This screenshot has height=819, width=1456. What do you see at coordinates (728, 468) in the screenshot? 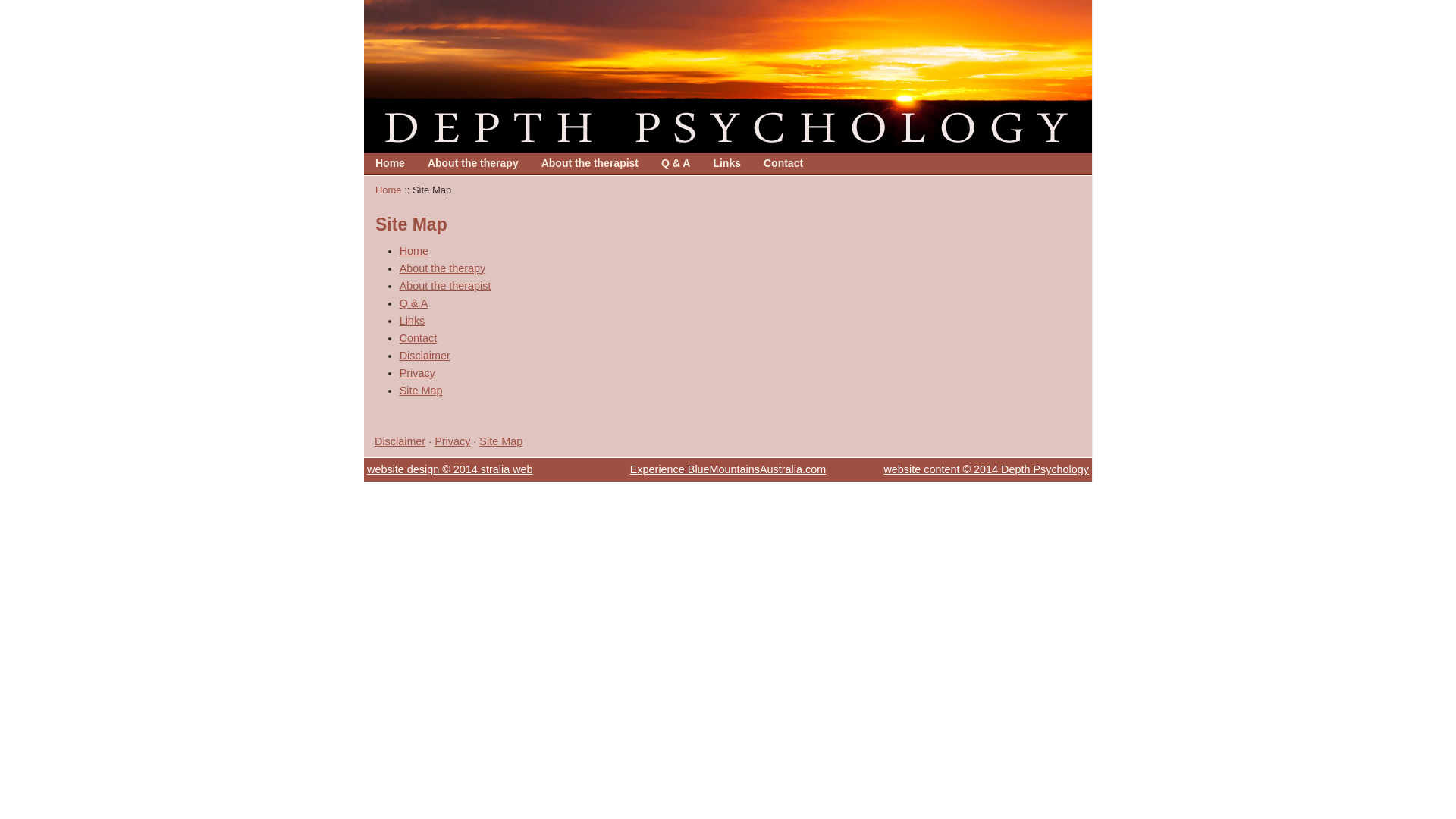
I see `'Experience BlueMountainsAustralia.com'` at bounding box center [728, 468].